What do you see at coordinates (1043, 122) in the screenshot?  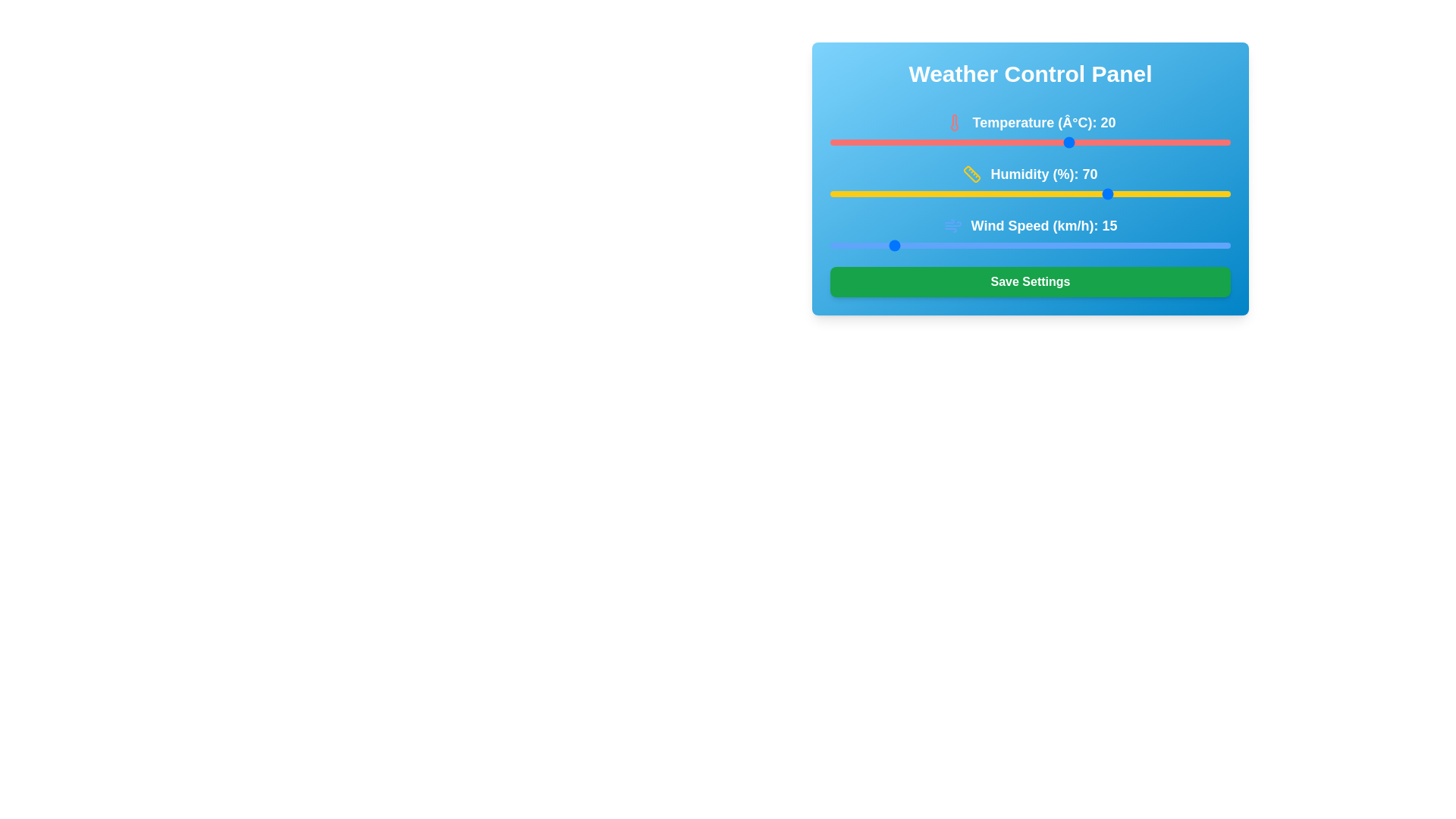 I see `the Text Label displaying the current temperature value in degrees Celsius in the Weather Control Panel interface` at bounding box center [1043, 122].